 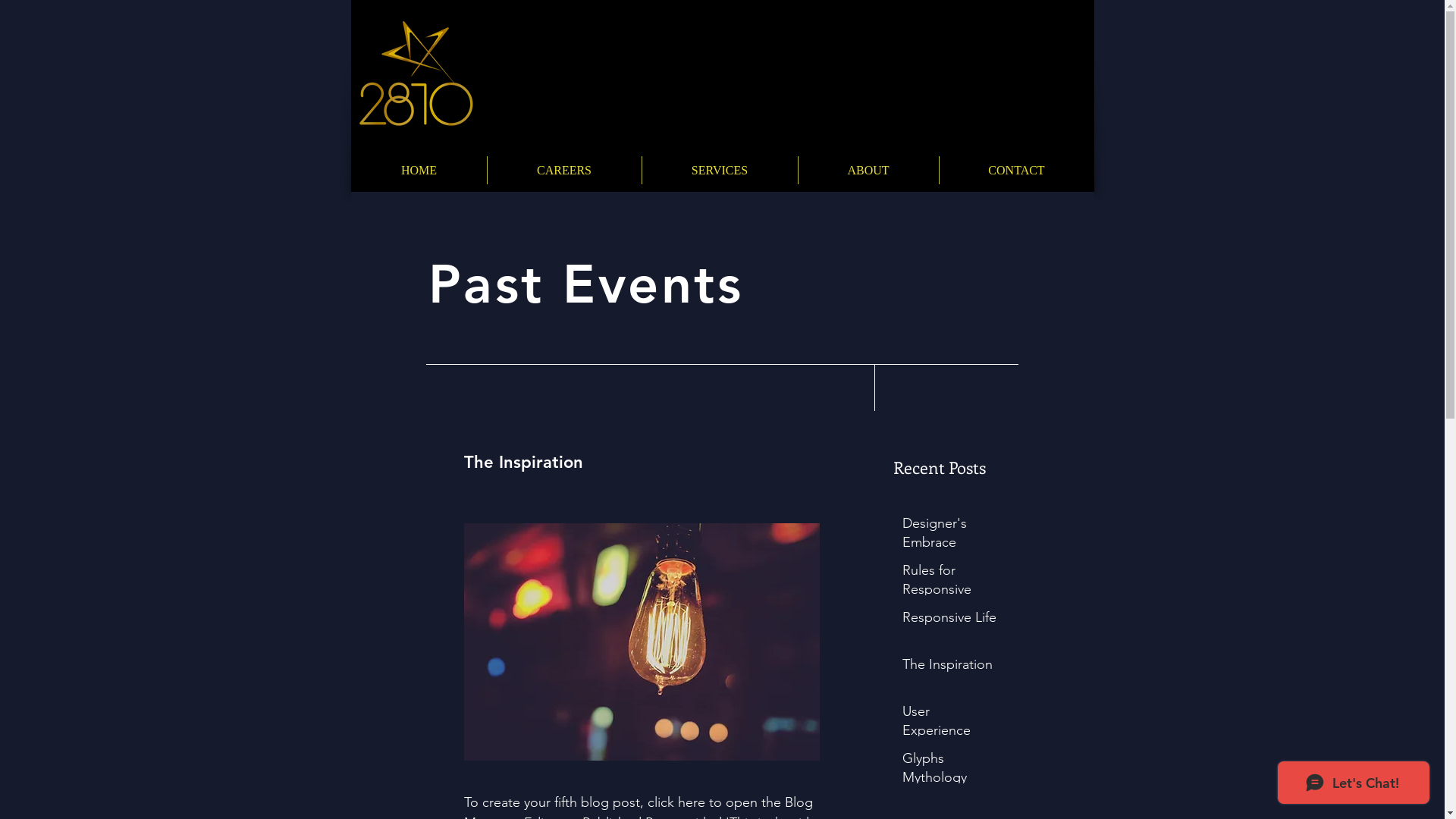 What do you see at coordinates (902, 723) in the screenshot?
I see `'User Experience'` at bounding box center [902, 723].